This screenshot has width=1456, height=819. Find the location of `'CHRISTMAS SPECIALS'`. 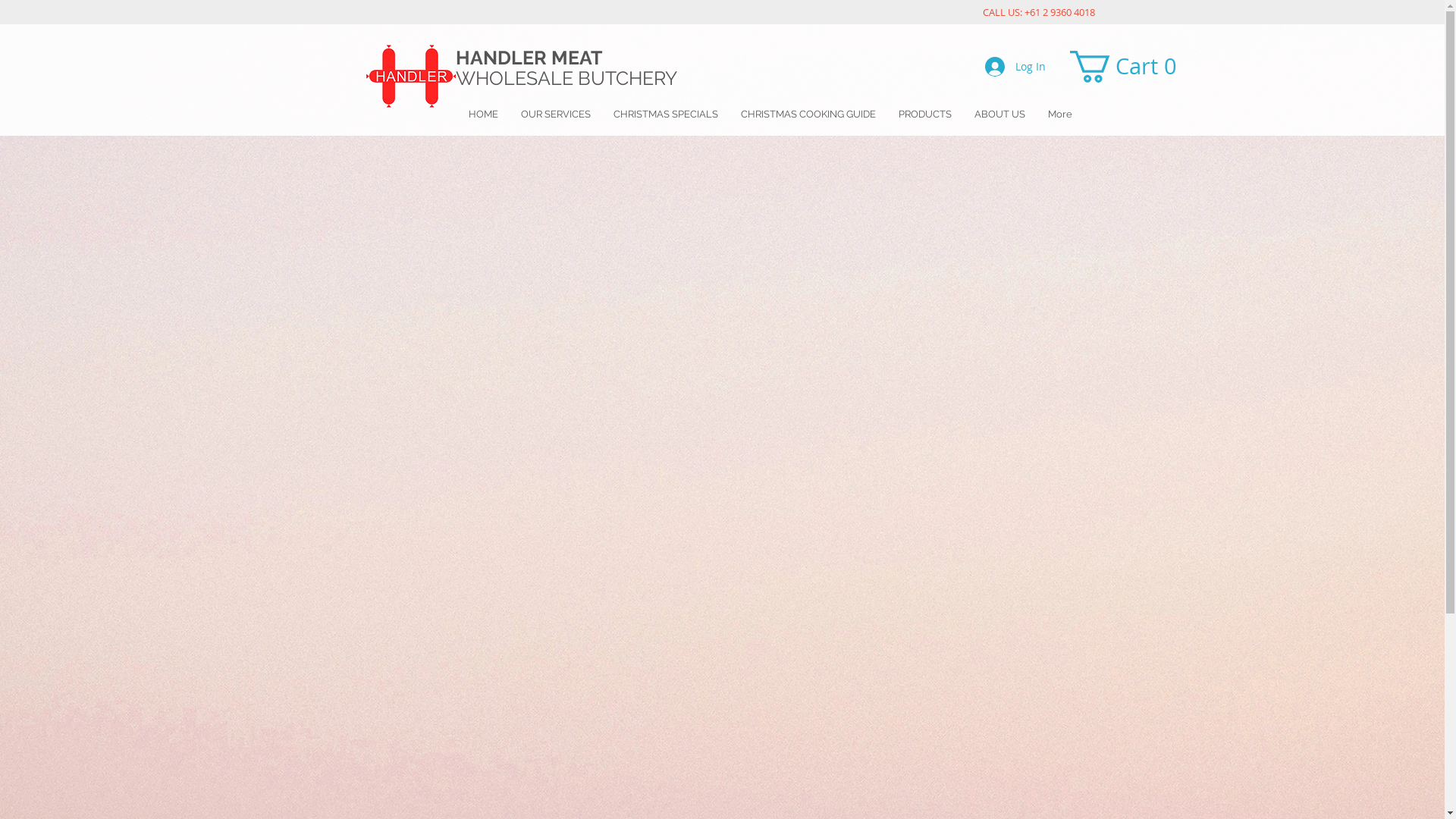

'CHRISTMAS SPECIALS' is located at coordinates (666, 113).